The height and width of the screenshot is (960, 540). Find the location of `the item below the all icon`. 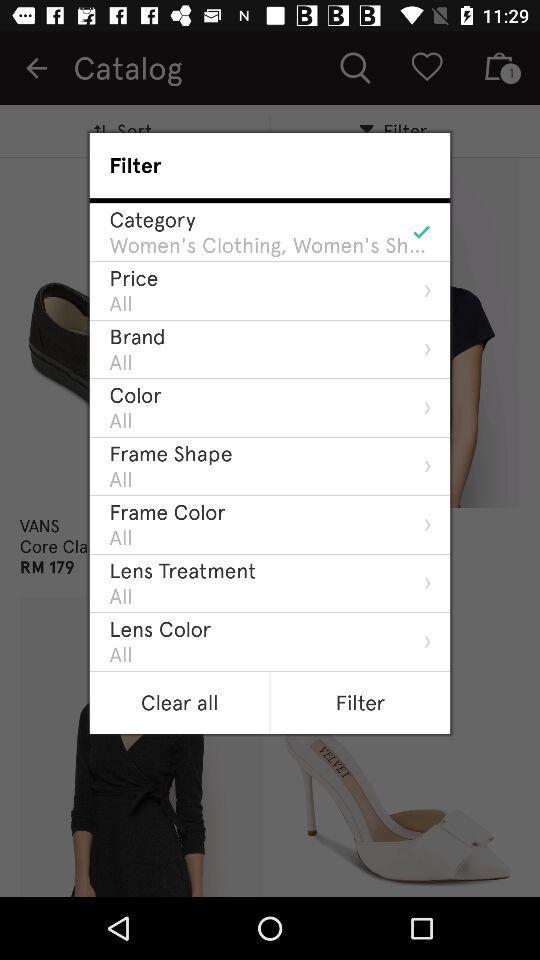

the item below the all icon is located at coordinates (171, 453).